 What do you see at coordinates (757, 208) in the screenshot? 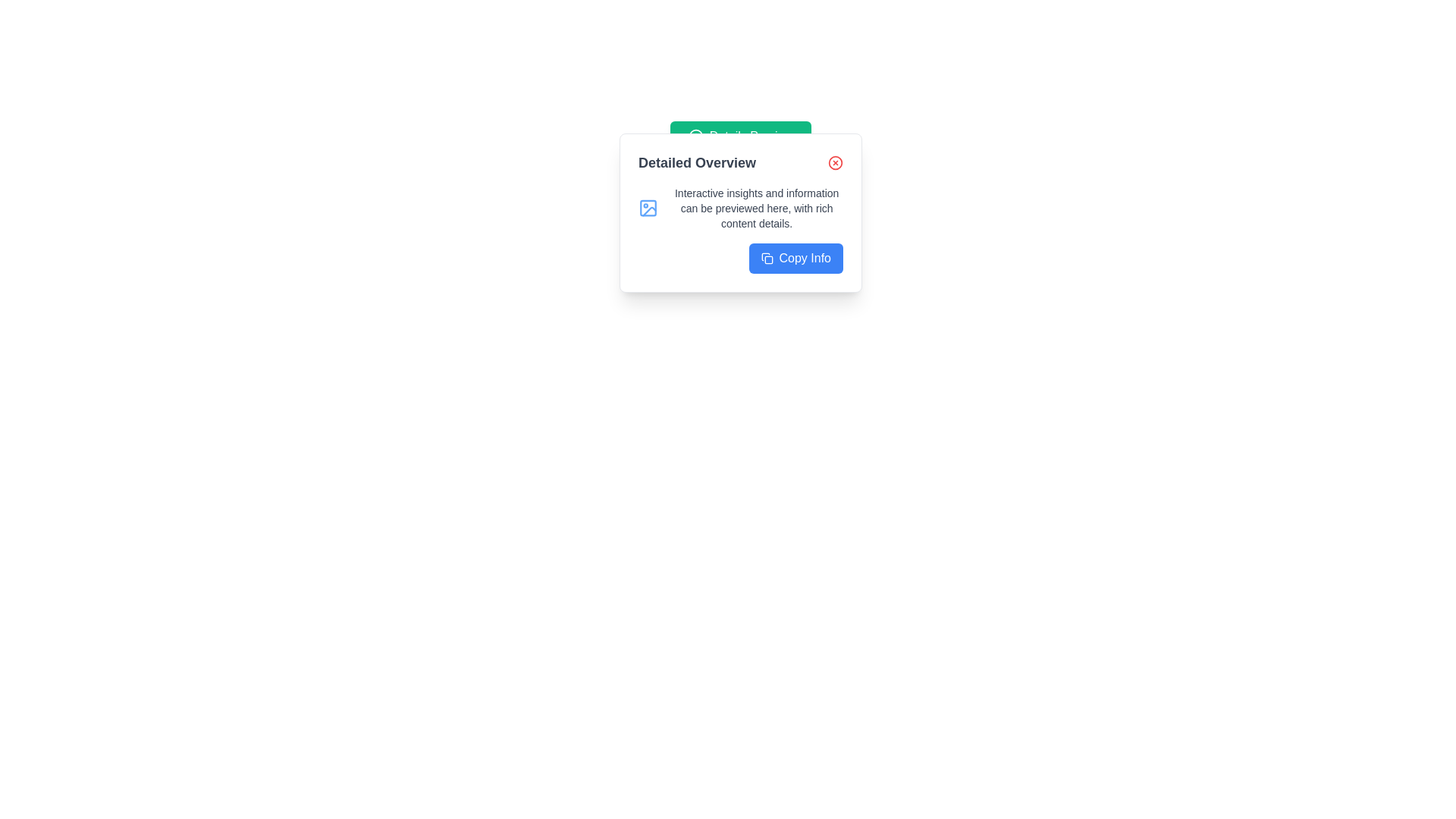
I see `the static text block containing the message 'Interactive insights and information can be previewed here, with rich content details.' located in the central part of the modal dialog box titled 'Detailed Overview'` at bounding box center [757, 208].